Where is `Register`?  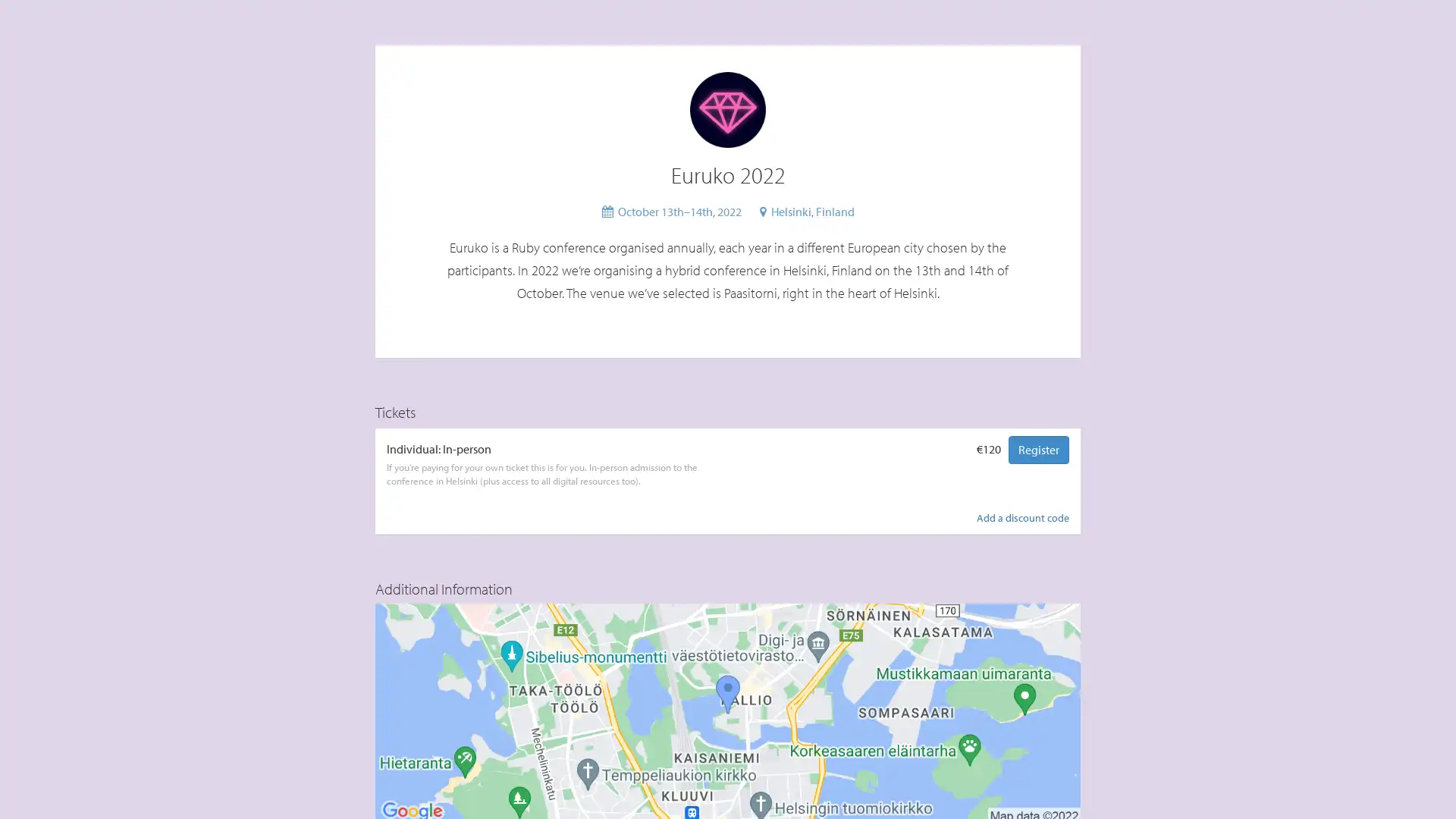 Register is located at coordinates (1037, 448).